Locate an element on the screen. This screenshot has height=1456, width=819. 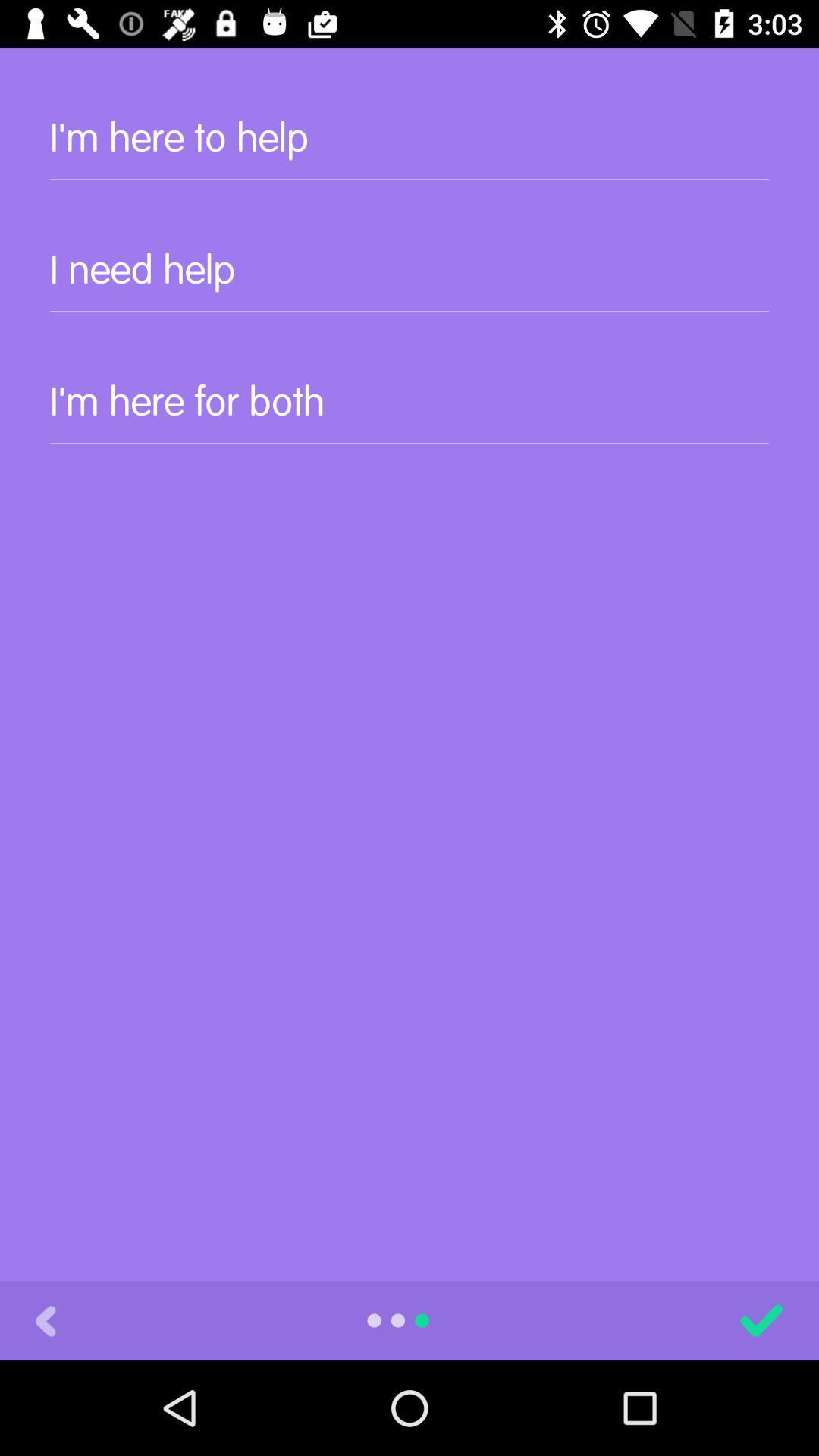
icon at the bottom right corner is located at coordinates (761, 1319).